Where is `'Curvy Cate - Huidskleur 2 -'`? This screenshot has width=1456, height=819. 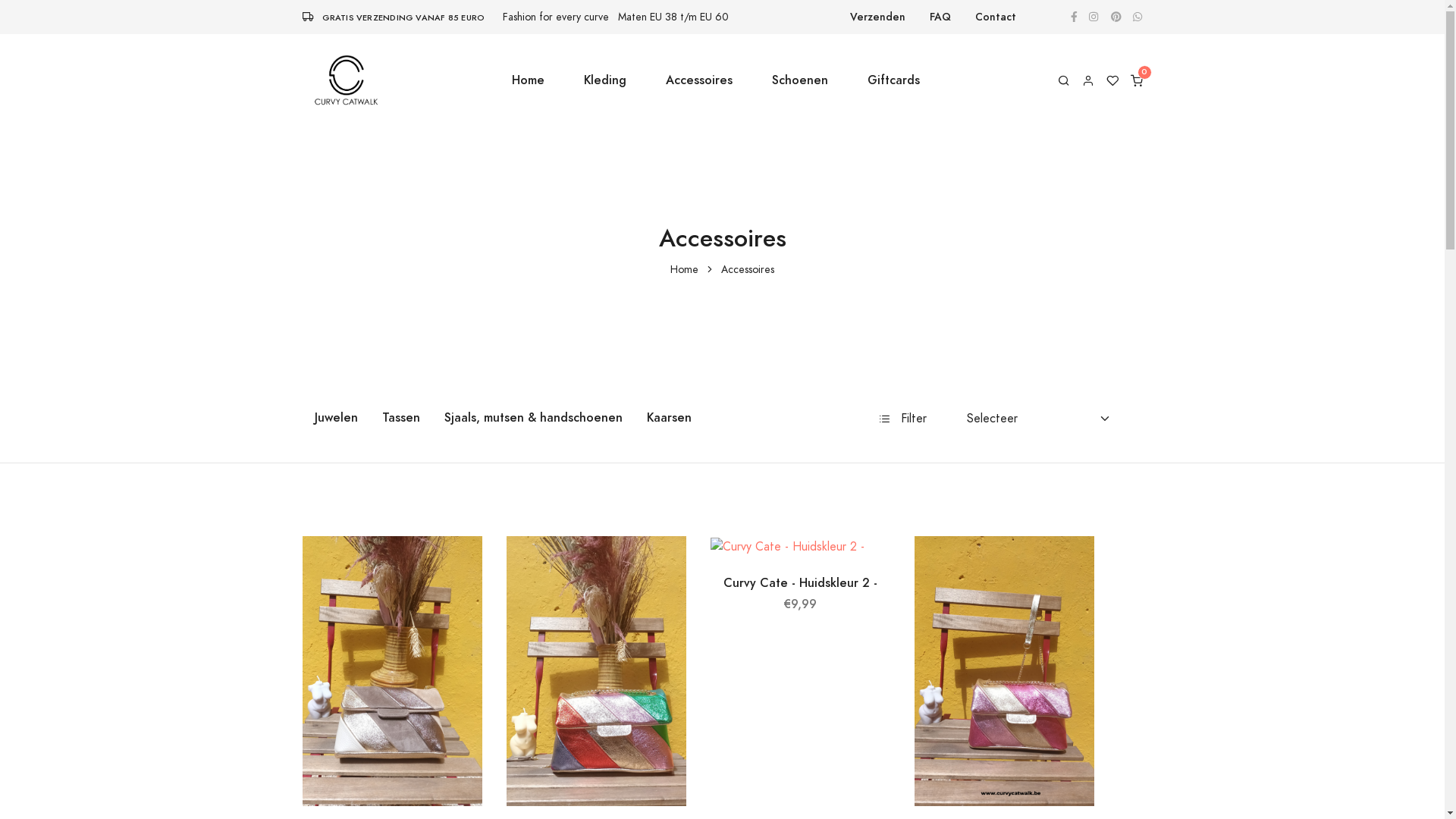 'Curvy Cate - Huidskleur 2 -' is located at coordinates (799, 582).